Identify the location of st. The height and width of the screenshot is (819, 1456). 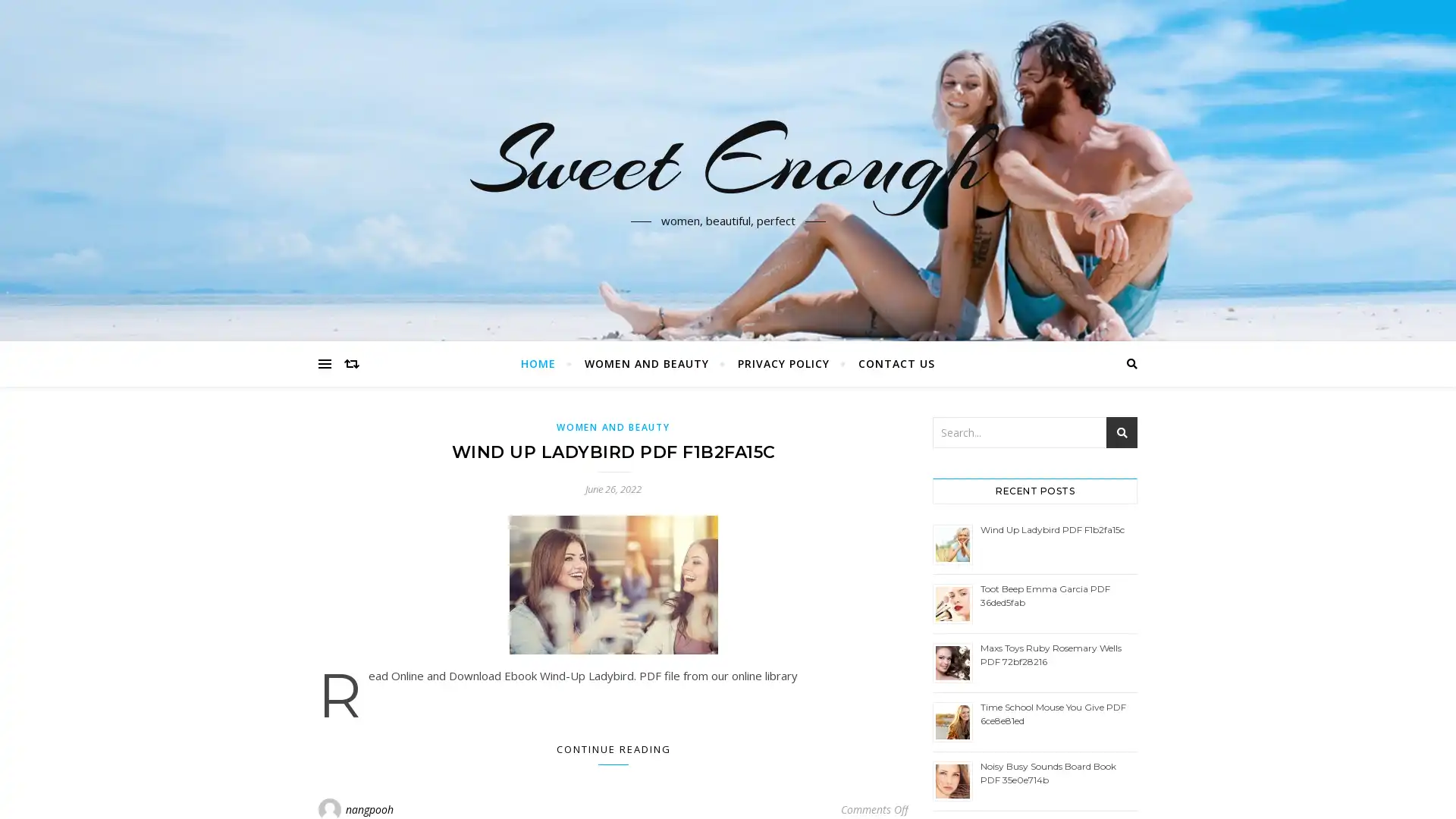
(1122, 432).